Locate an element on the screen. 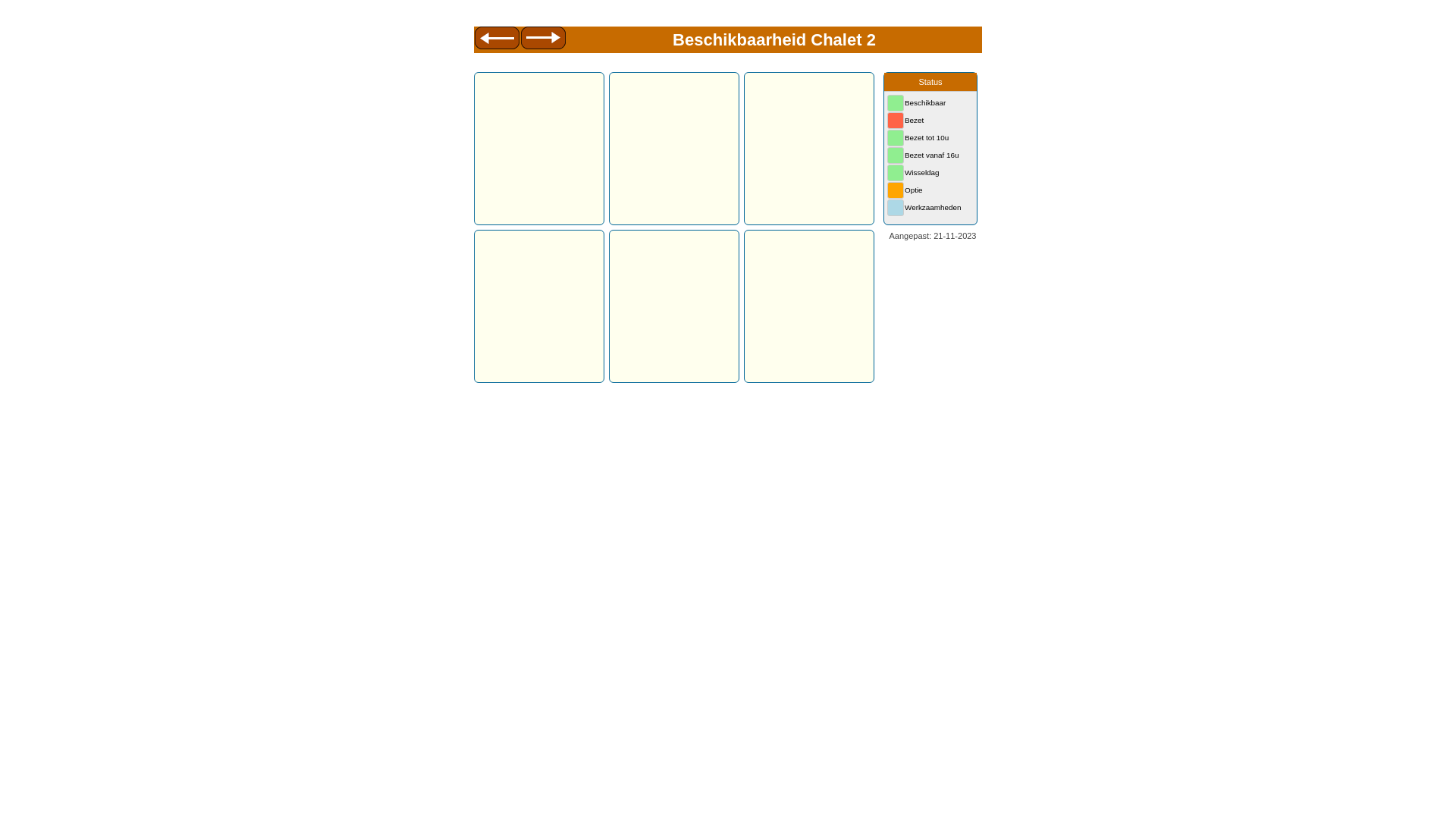  'Vorige maanden' is located at coordinates (496, 39).